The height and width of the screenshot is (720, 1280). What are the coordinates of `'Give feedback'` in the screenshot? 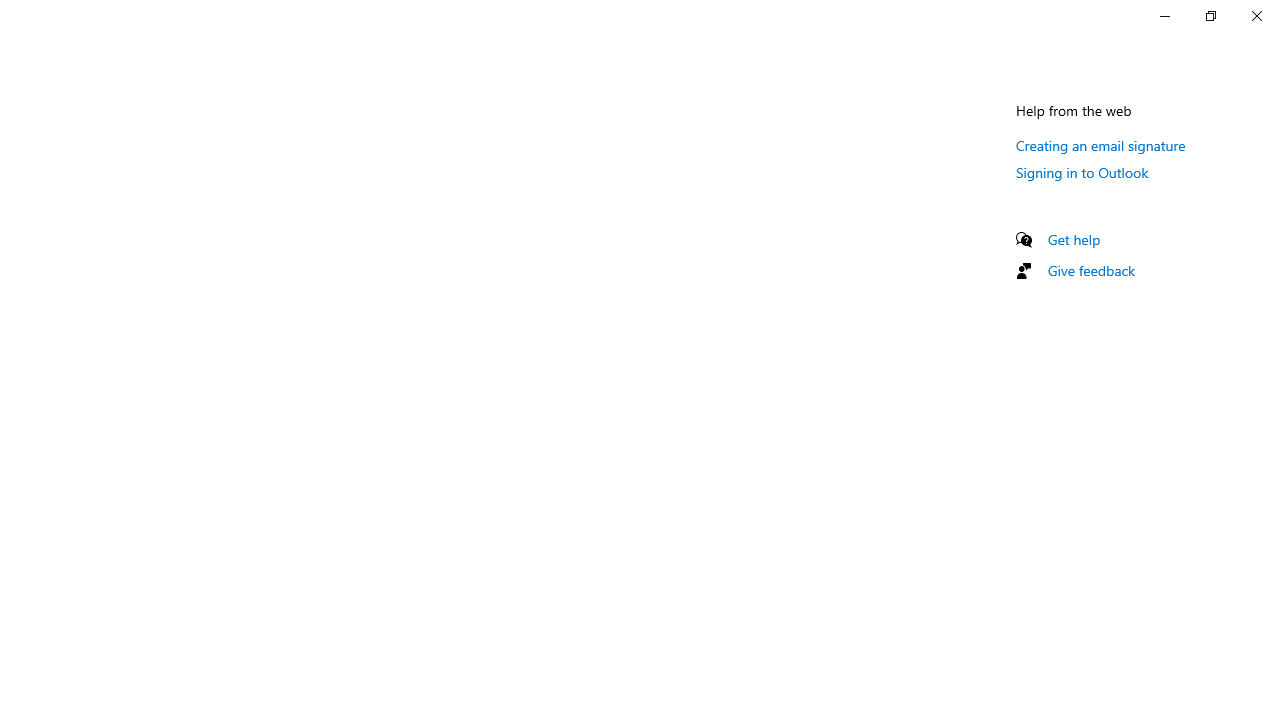 It's located at (1090, 270).